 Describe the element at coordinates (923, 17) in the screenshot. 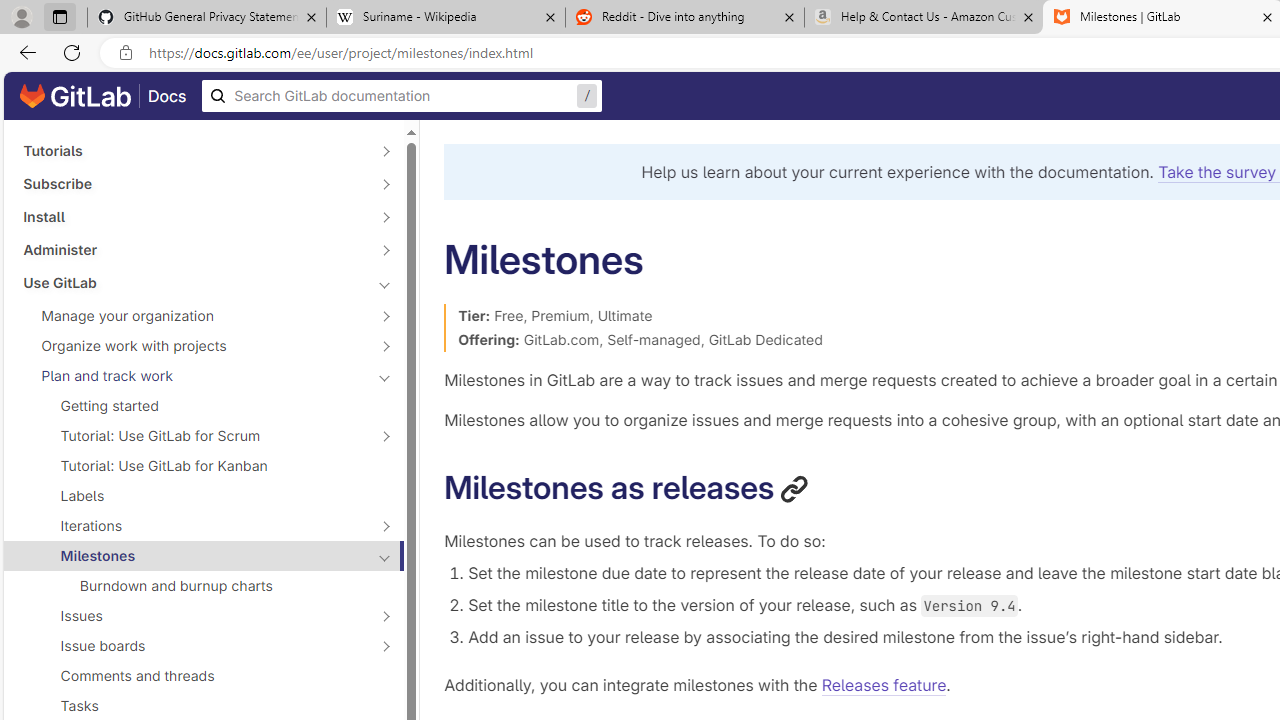

I see `'Help & Contact Us - Amazon Customer Service - Sleeping'` at that location.